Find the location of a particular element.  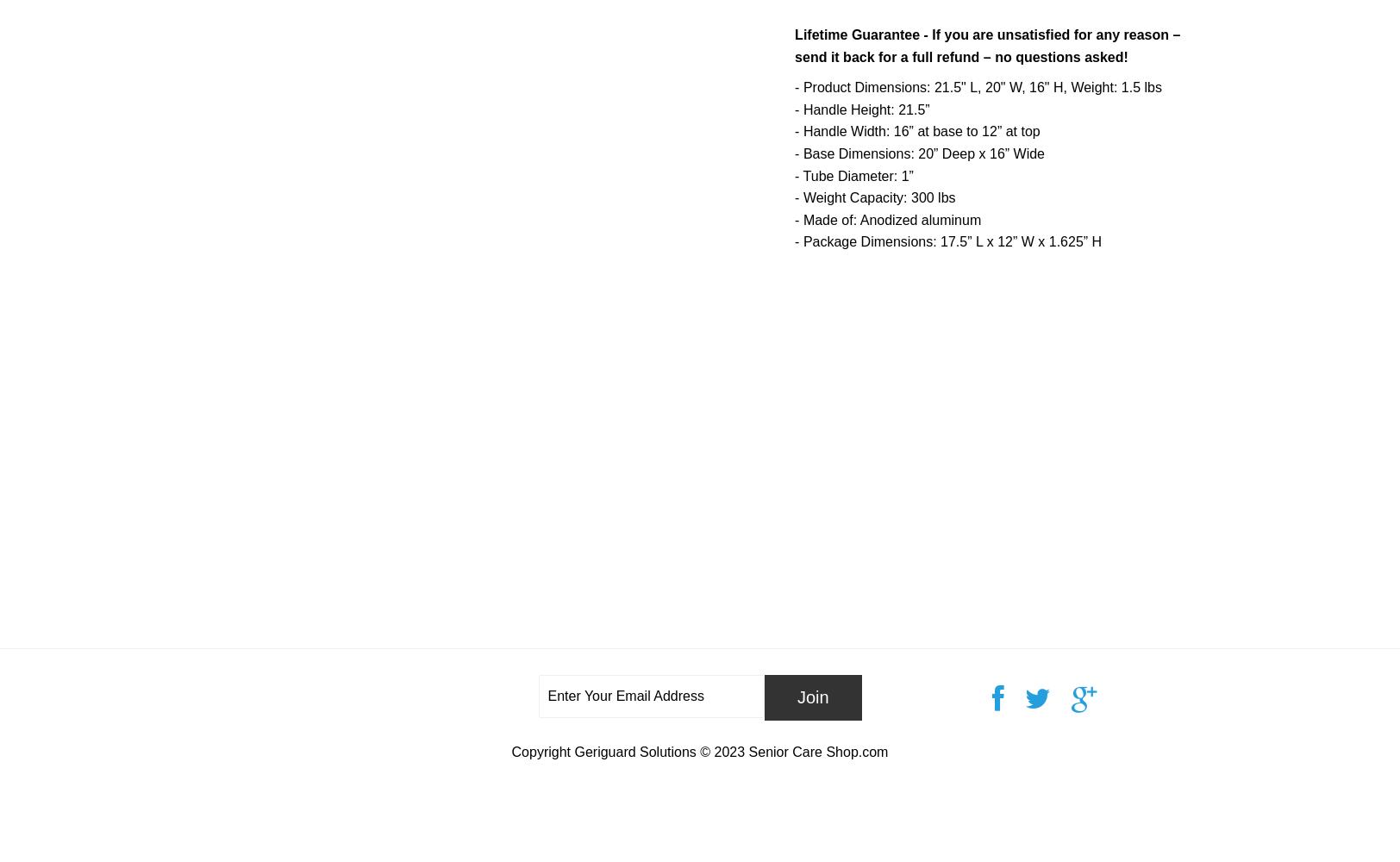

'- Tube Diameter: 1”' is located at coordinates (853, 174).